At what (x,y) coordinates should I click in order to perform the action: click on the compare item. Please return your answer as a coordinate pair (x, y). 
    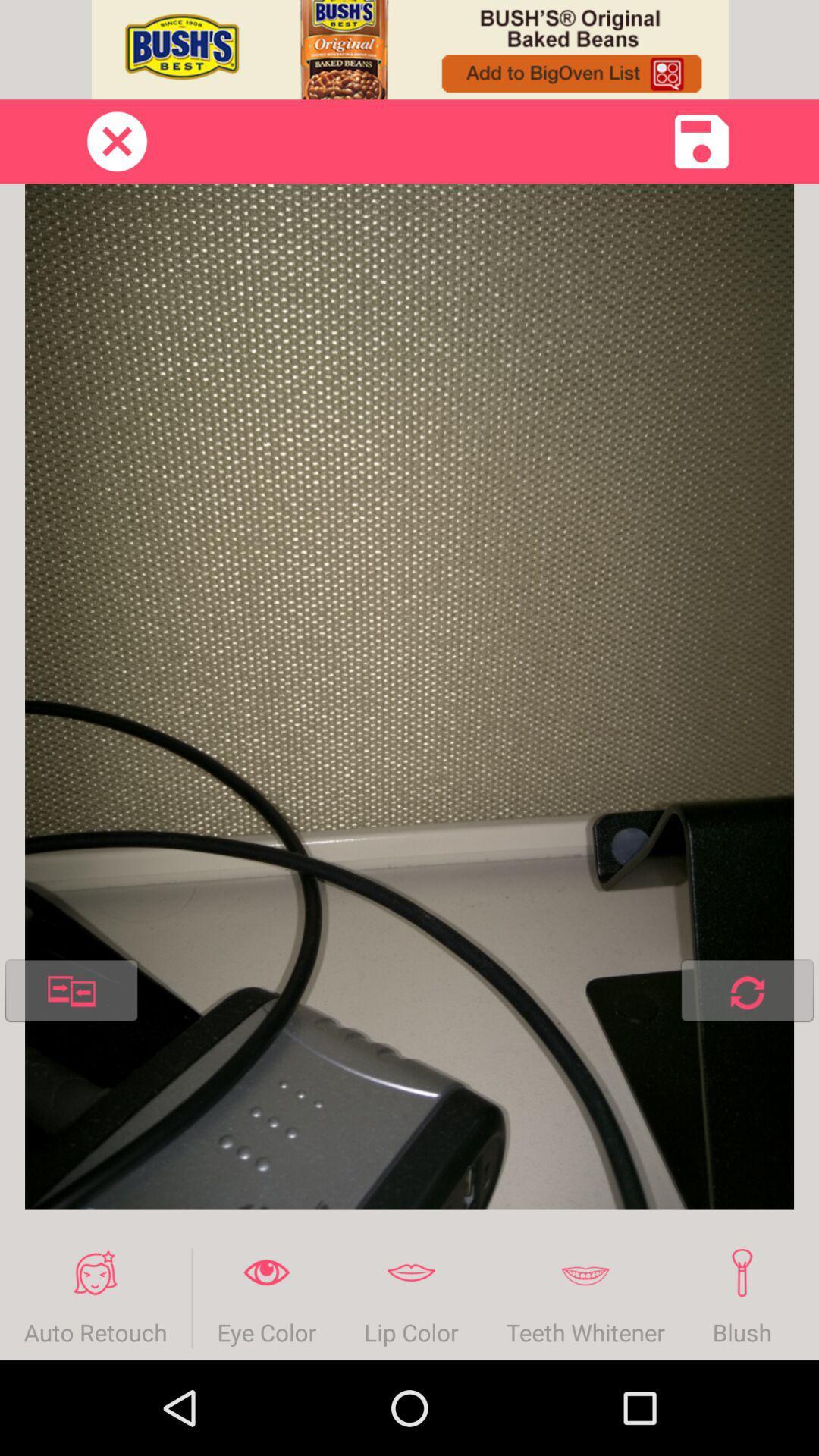
    Looking at the image, I should click on (71, 993).